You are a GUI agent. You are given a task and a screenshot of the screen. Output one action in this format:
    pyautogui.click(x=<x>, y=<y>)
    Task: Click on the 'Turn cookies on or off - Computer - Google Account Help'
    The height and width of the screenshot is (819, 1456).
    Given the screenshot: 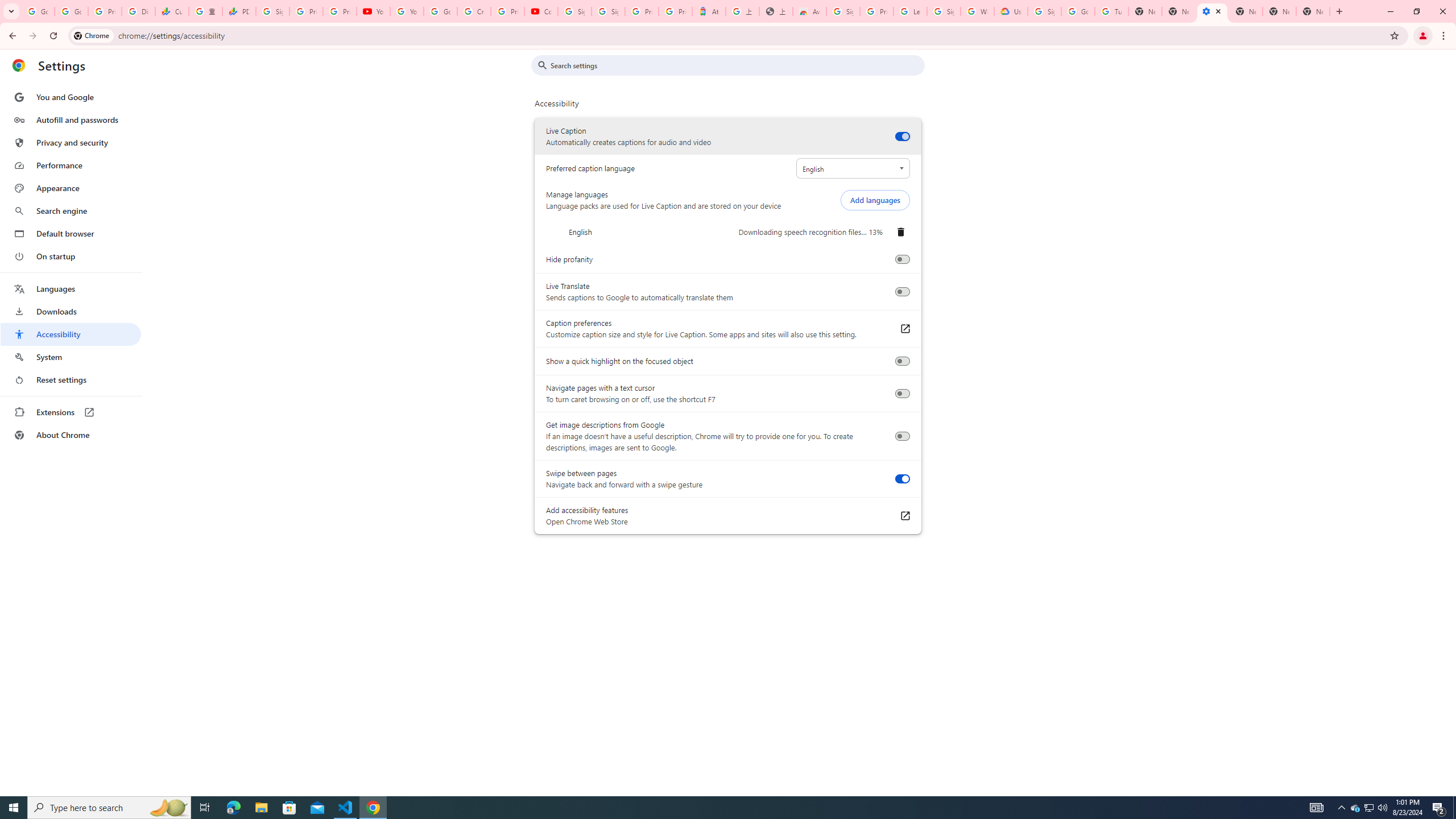 What is the action you would take?
    pyautogui.click(x=1111, y=11)
    